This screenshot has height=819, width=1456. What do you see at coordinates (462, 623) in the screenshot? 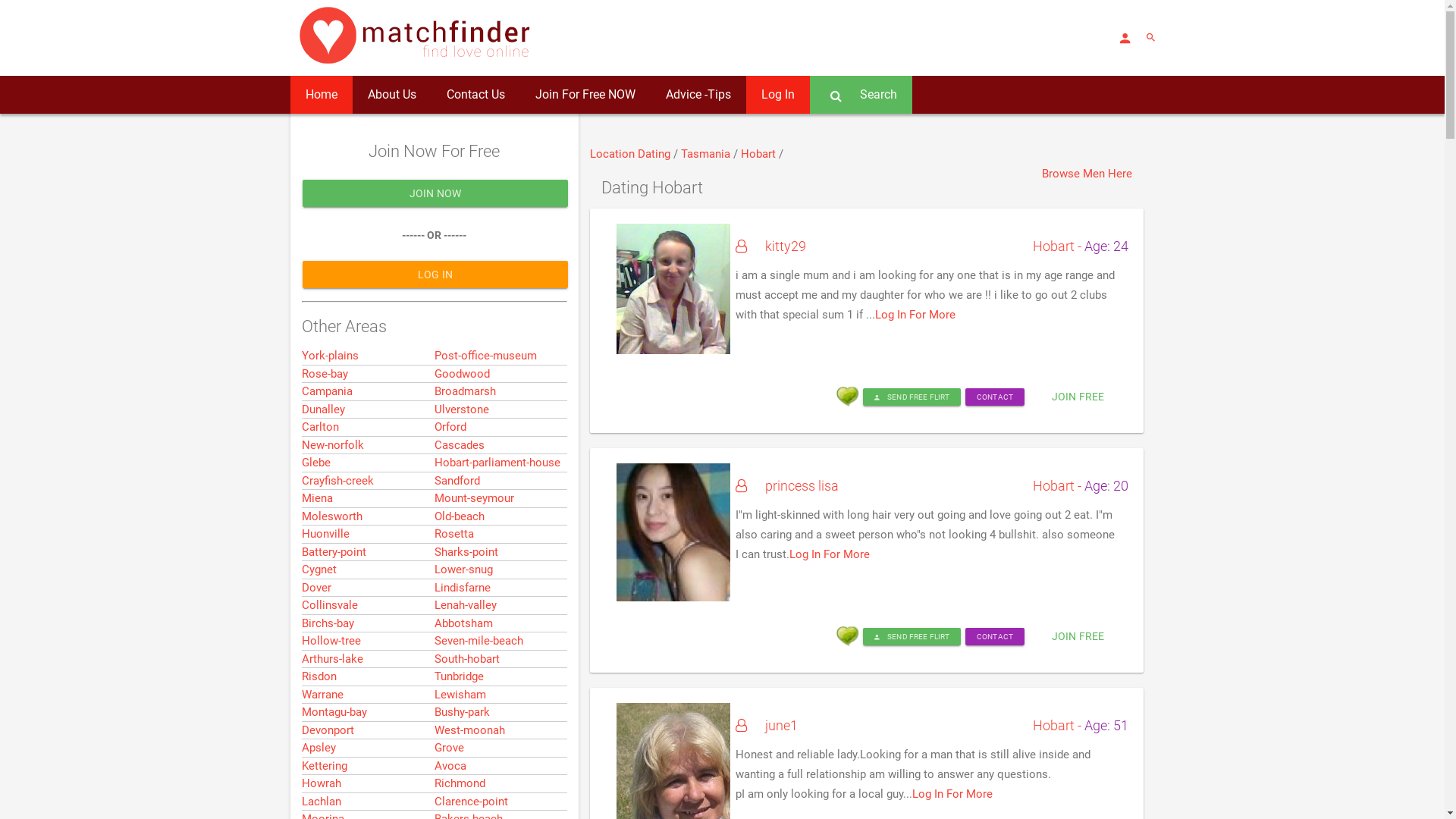
I see `'Abbotsham'` at bounding box center [462, 623].